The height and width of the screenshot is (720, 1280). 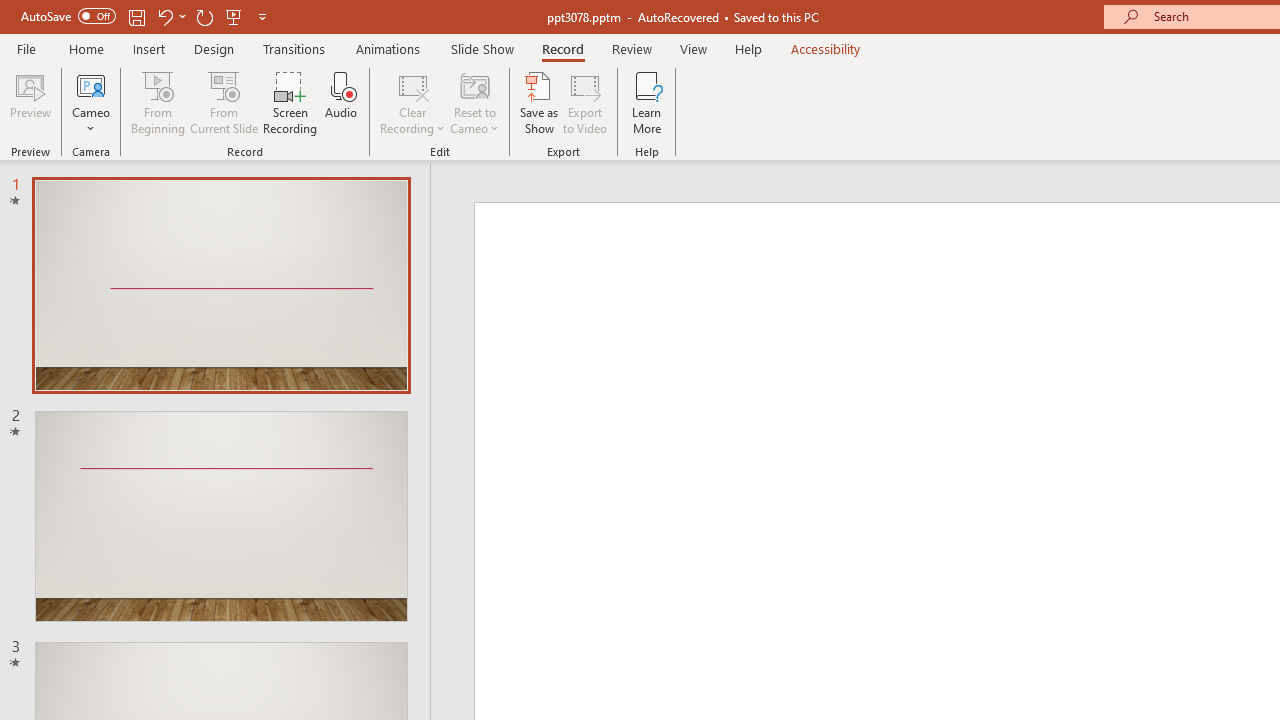 I want to click on 'Export to Video', so click(x=584, y=103).